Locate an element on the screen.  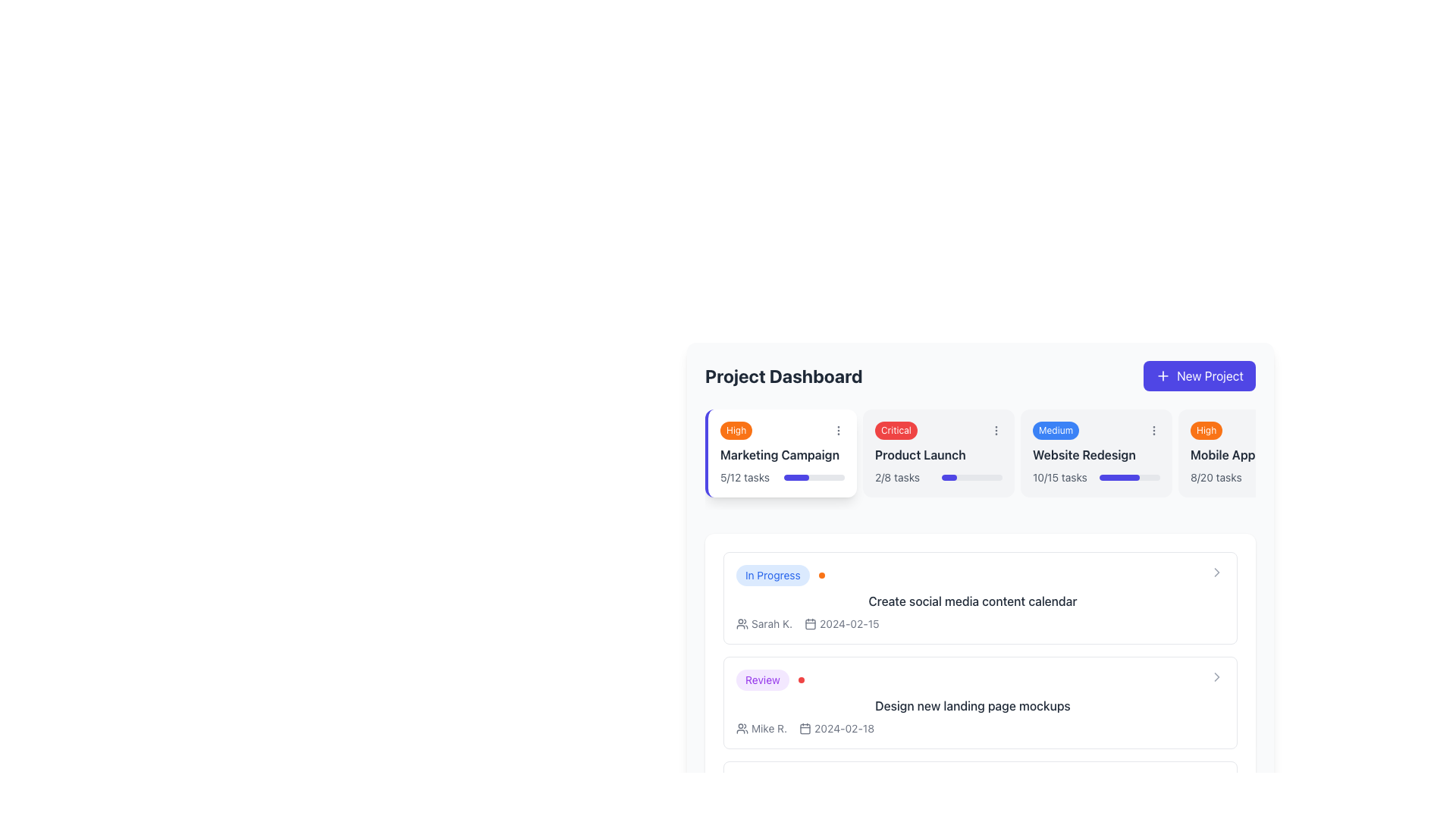
the right-facing chevron icon located in the top-right corner of the box containing the text 'Create social media content calendar' is located at coordinates (1216, 573).